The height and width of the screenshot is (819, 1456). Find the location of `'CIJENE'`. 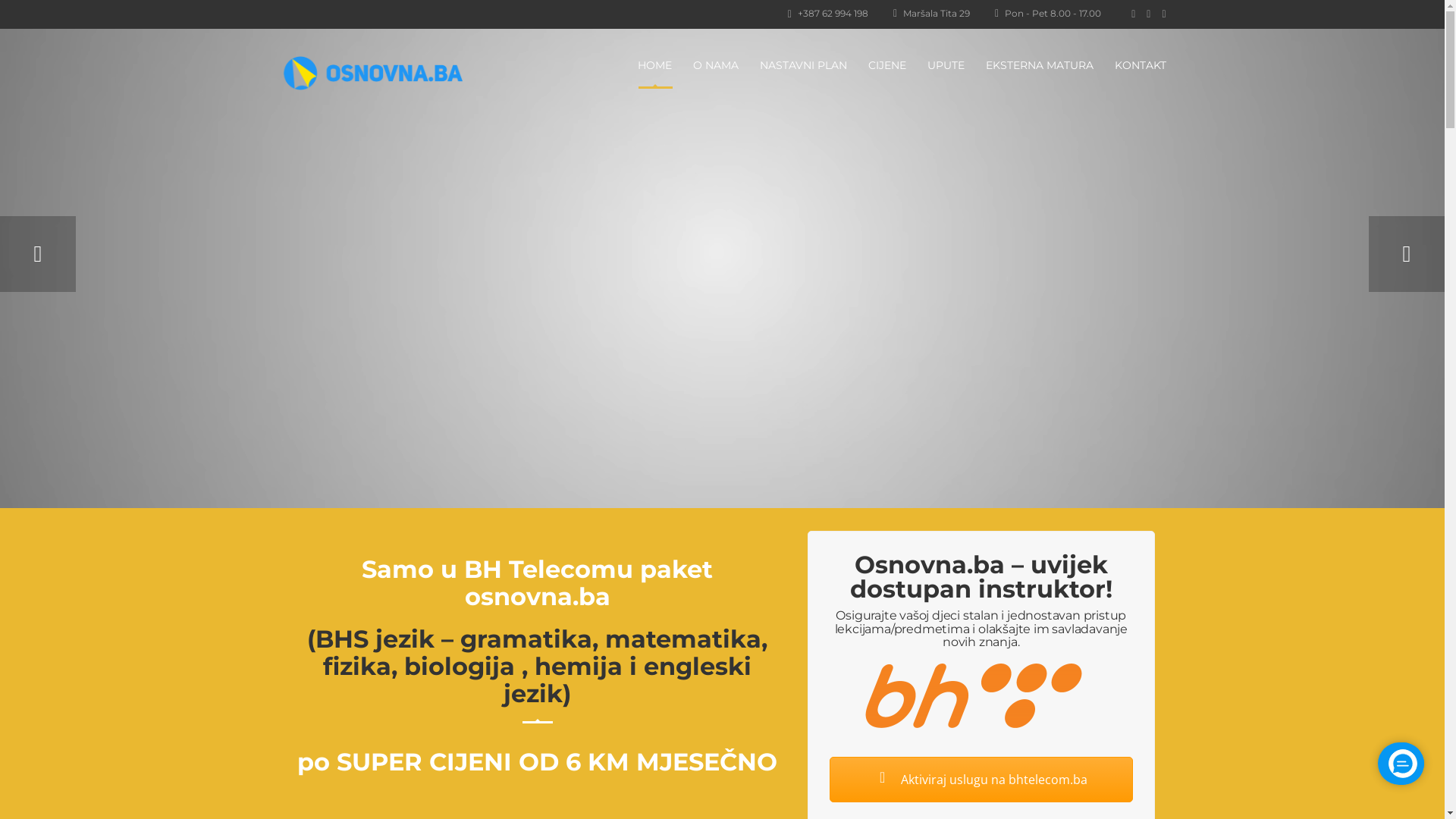

'CIJENE' is located at coordinates (886, 64).